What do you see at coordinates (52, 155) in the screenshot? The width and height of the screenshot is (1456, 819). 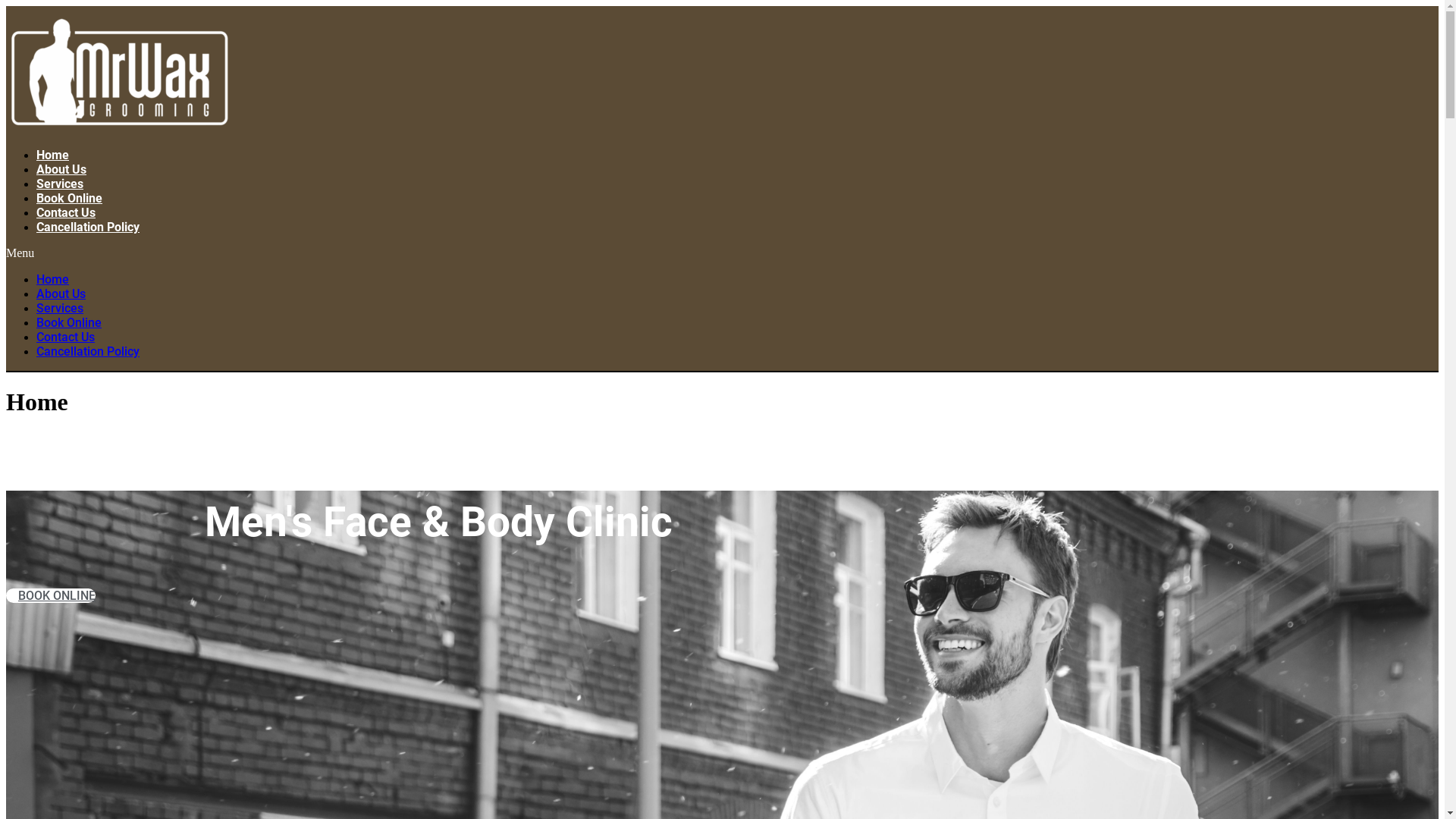 I see `'Home'` at bounding box center [52, 155].